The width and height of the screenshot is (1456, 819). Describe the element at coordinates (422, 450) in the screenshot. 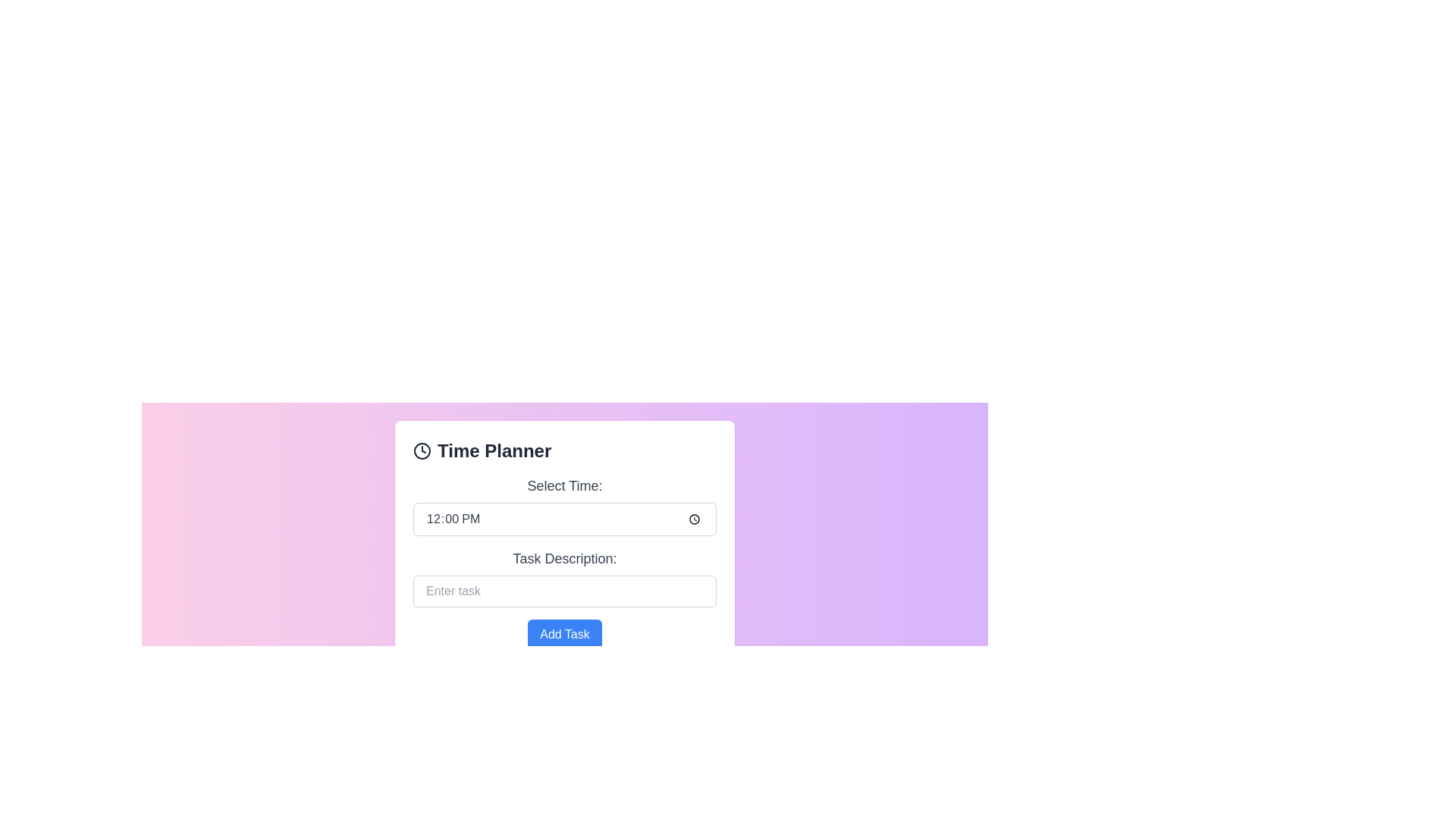

I see `the Decorative Circle, which is part of the clock icon decoration located to the left of the 'Time Planner' heading` at that location.